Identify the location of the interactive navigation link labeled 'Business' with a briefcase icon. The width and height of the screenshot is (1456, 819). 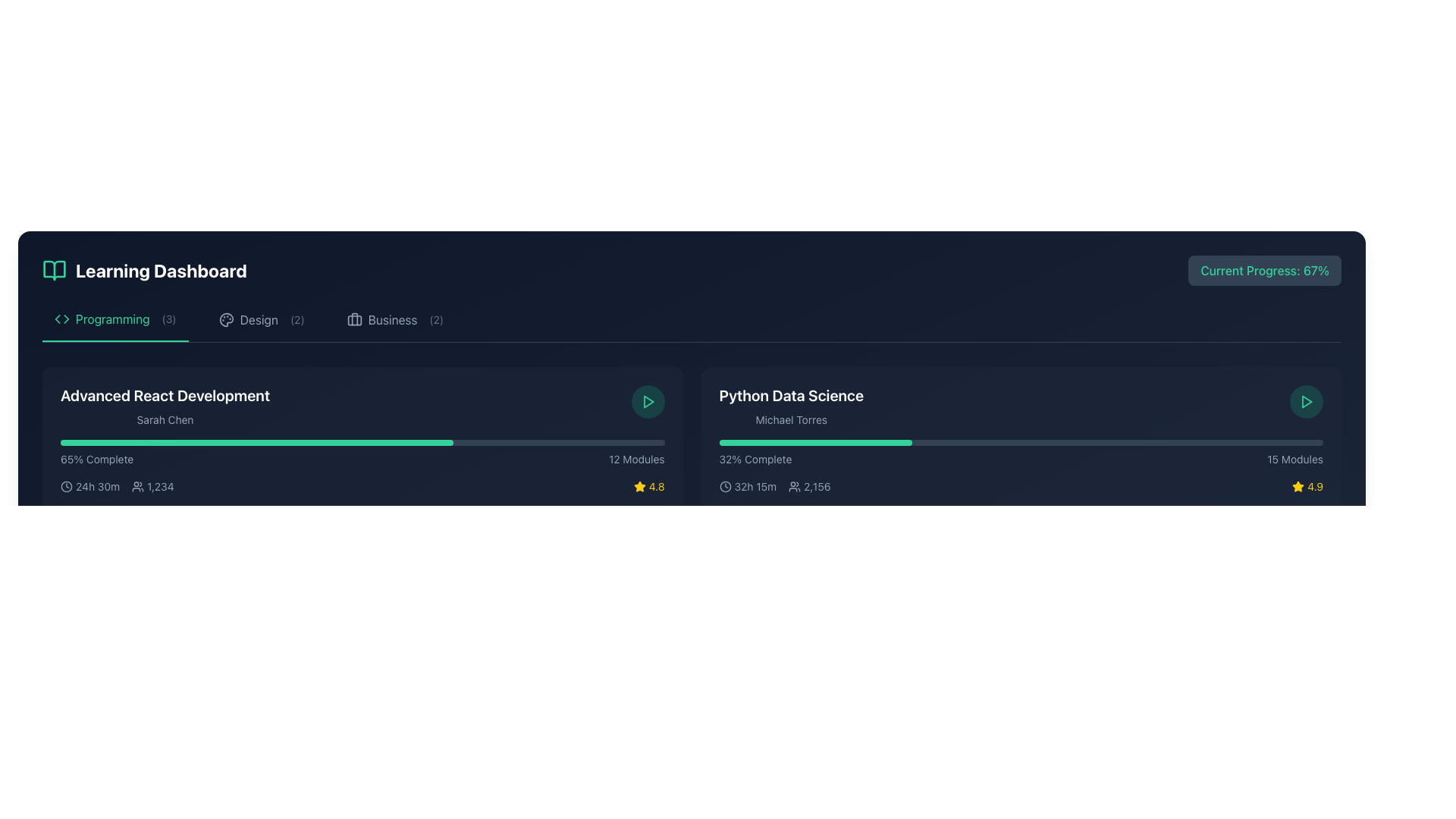
(395, 325).